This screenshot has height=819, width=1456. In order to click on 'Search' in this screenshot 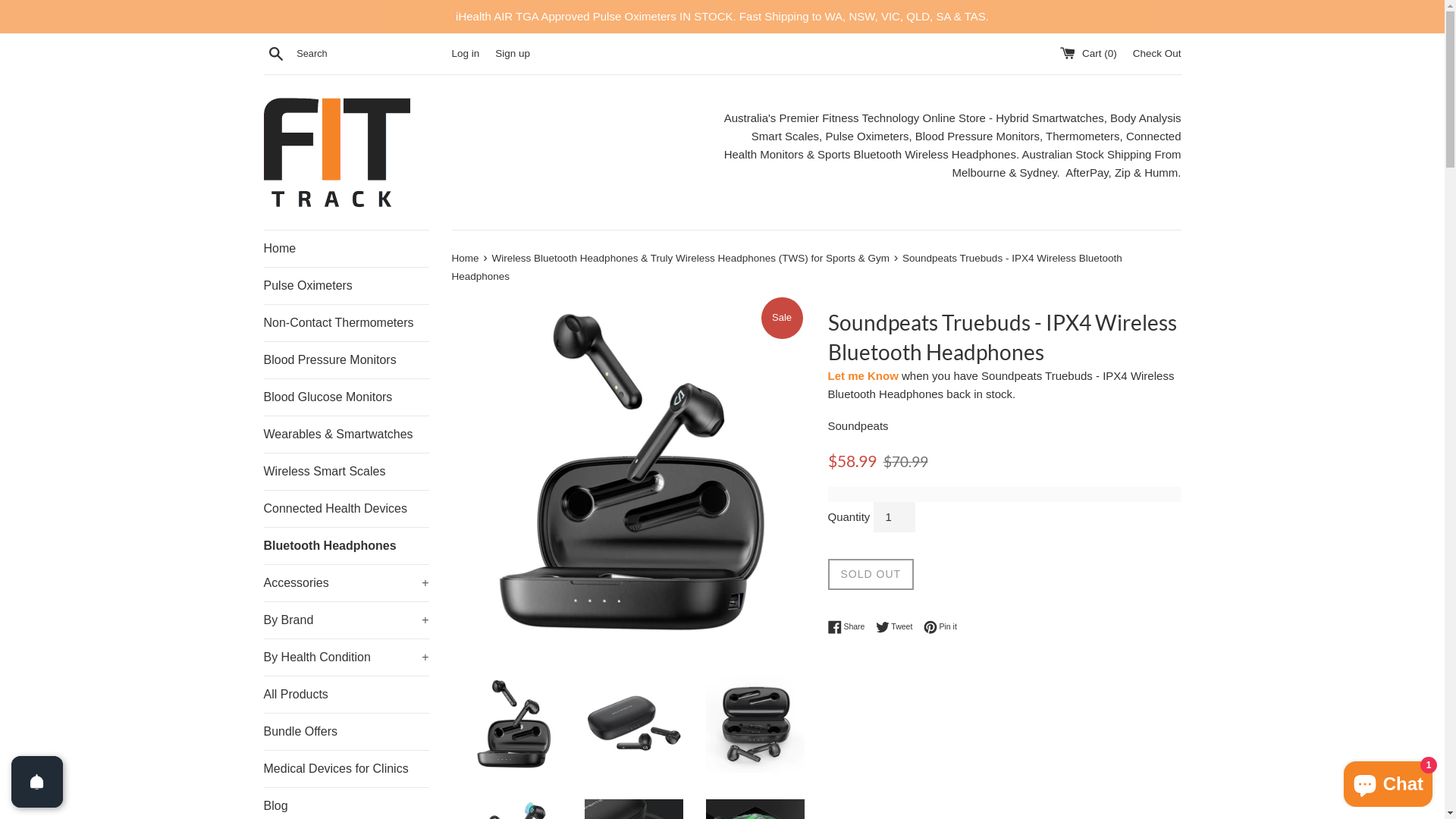, I will do `click(276, 52)`.